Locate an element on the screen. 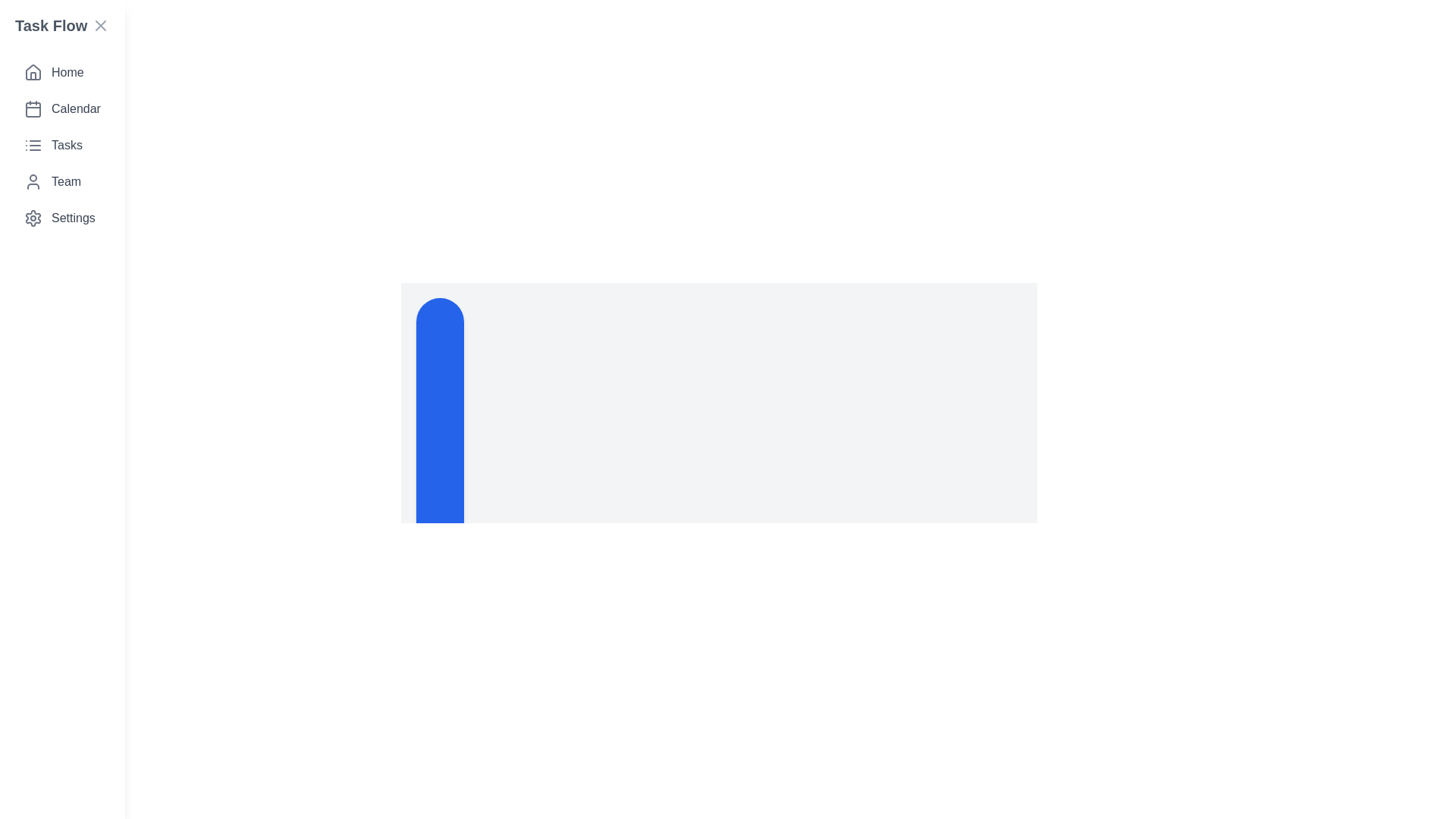 The image size is (1456, 819). the menu item corresponding to Home to navigate to that section is located at coordinates (61, 73).